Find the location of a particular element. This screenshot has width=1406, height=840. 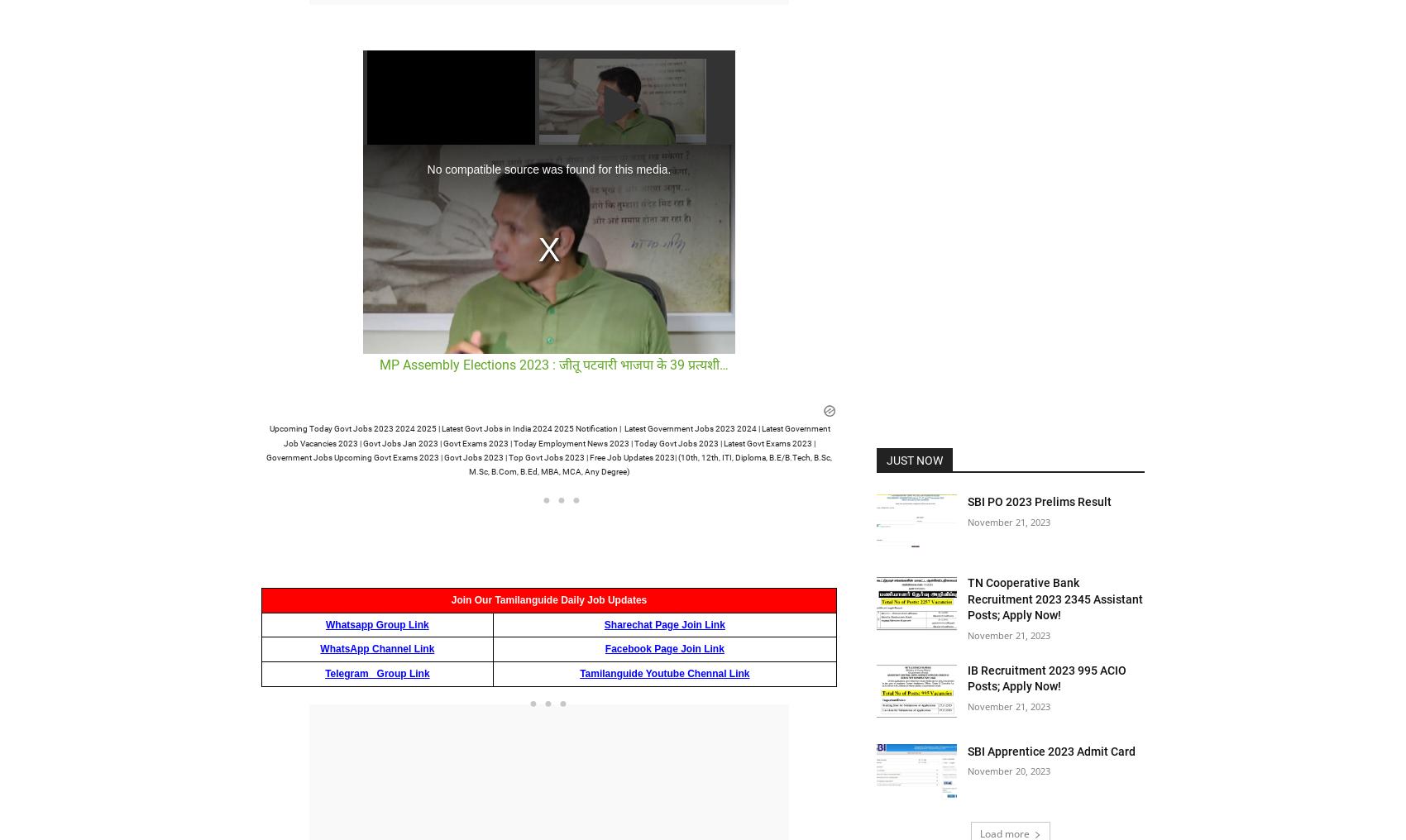

'November 20, 2023' is located at coordinates (1007, 770).